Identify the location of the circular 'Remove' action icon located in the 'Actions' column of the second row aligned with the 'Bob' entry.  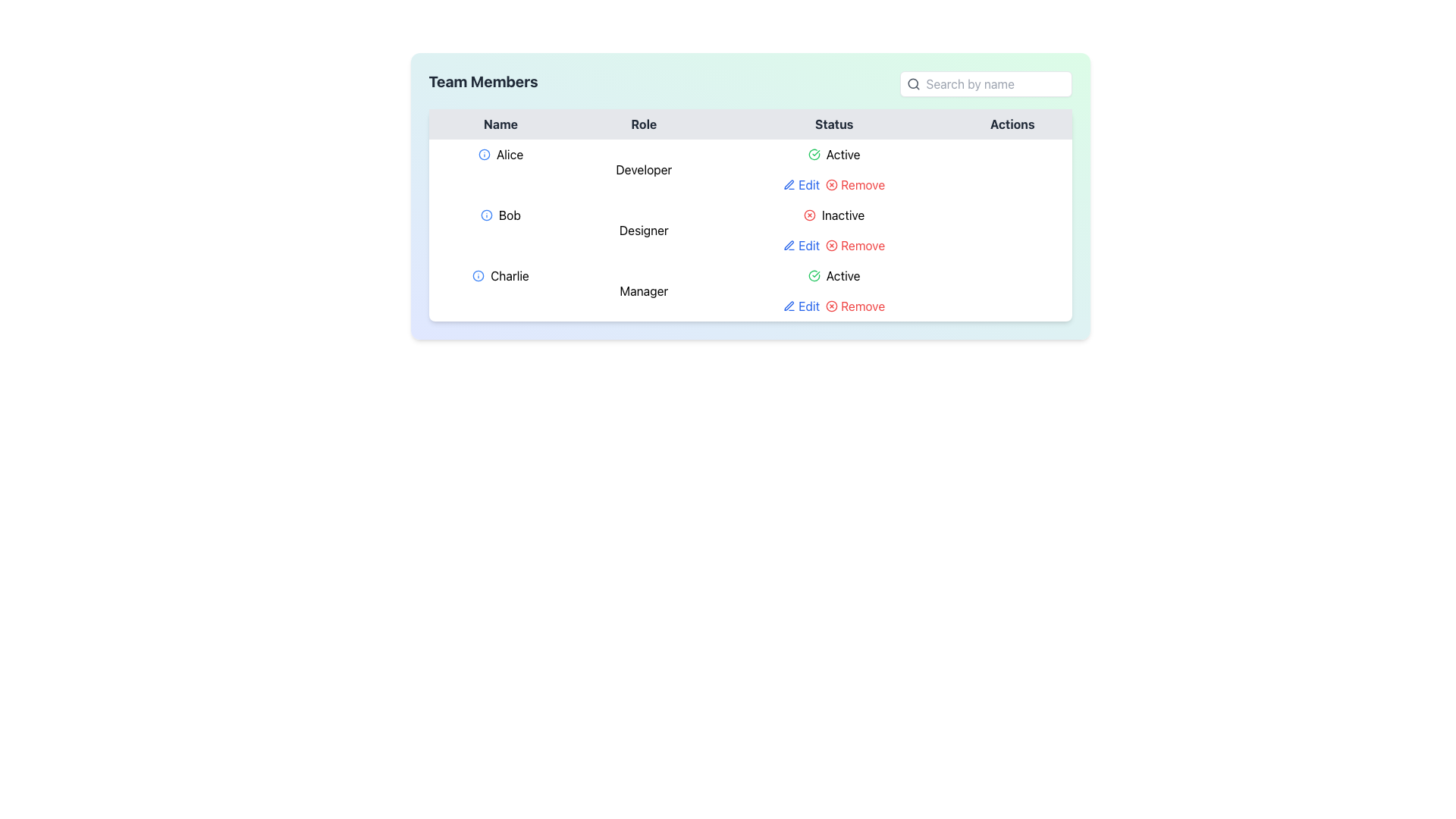
(831, 245).